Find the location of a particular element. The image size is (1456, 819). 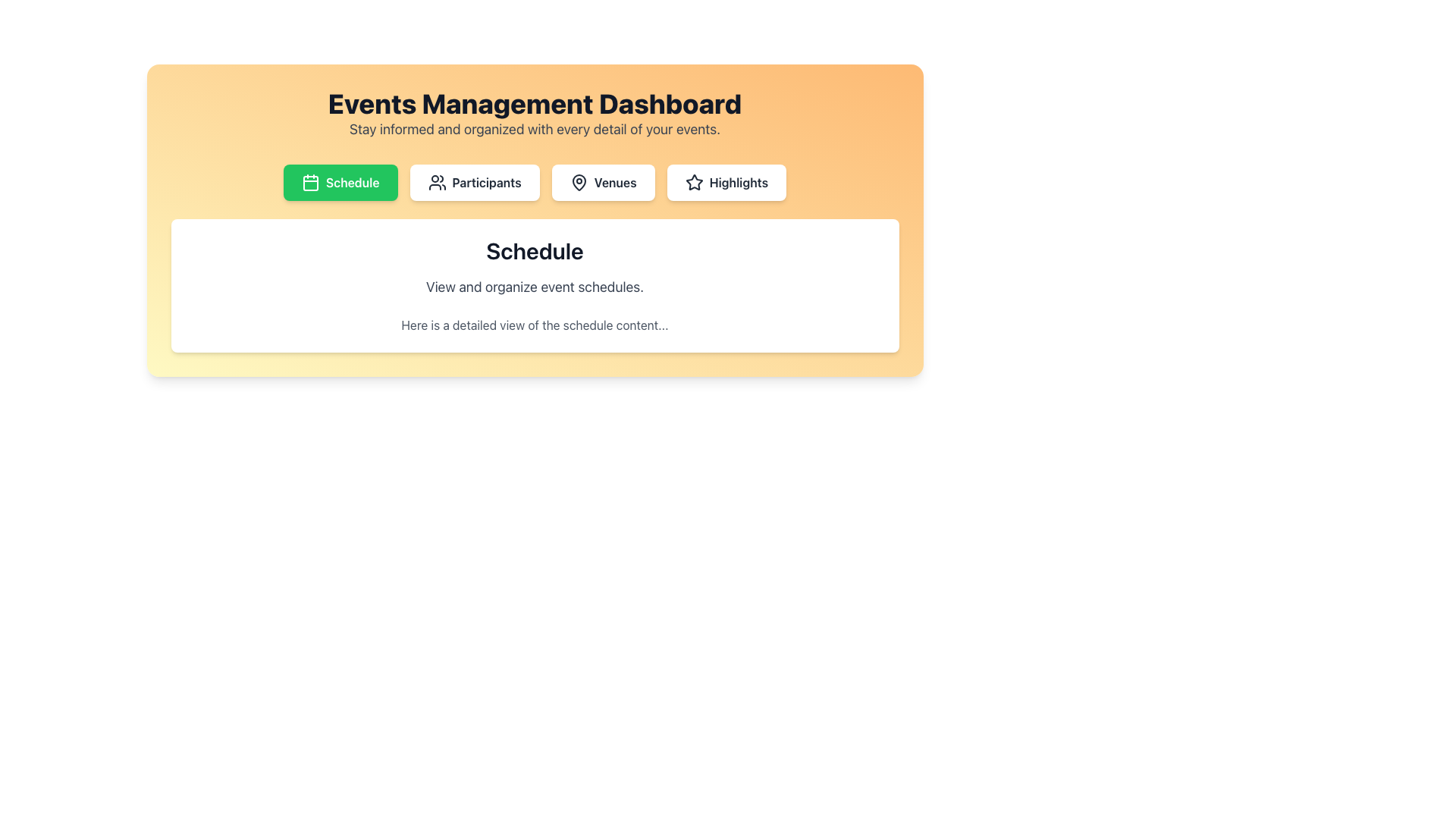

the button located in the second position of a row of four buttons, situated between the 'Schedule' and 'Venues' buttons is located at coordinates (474, 181).